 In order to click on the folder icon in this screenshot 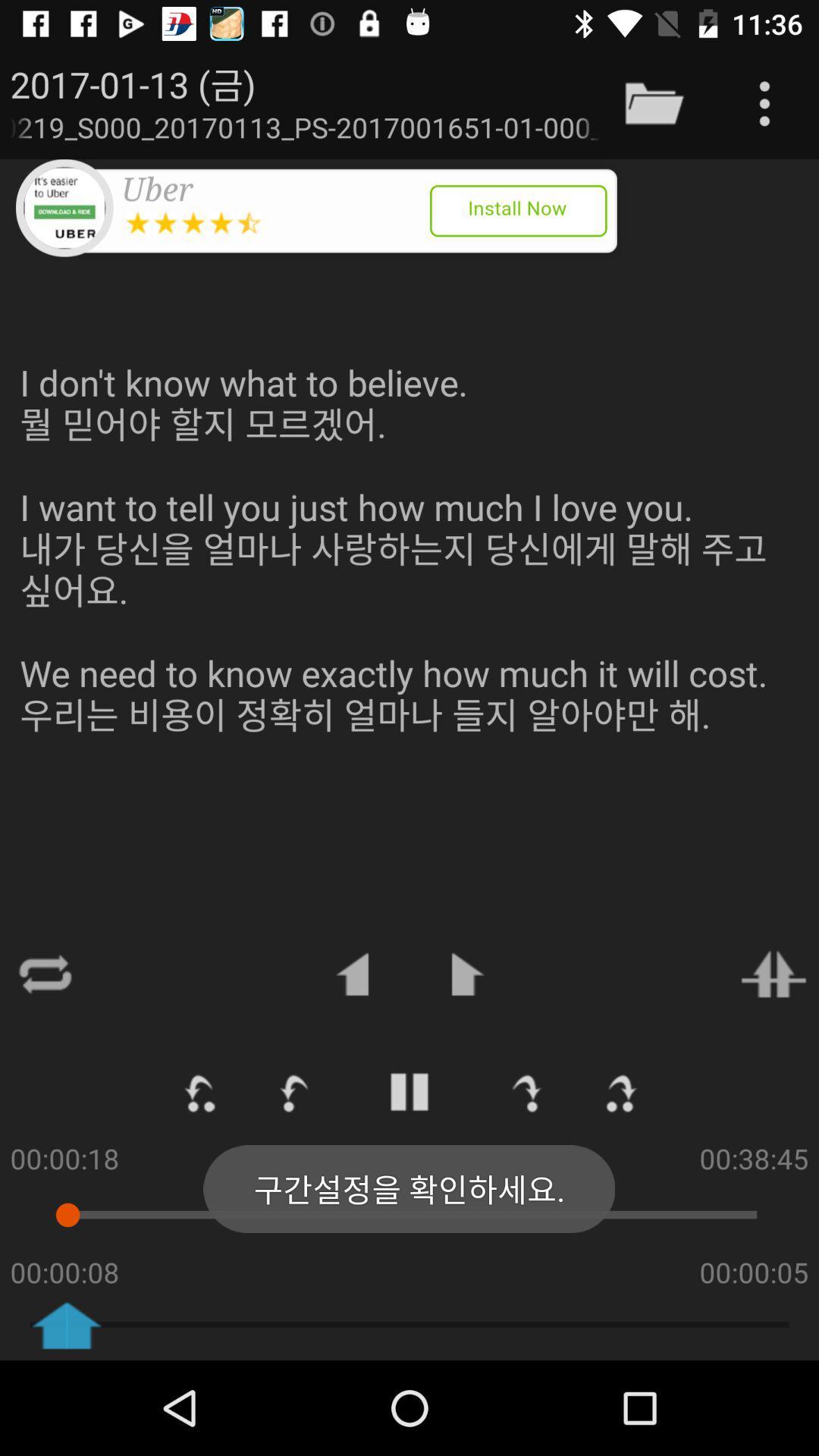, I will do `click(654, 102)`.